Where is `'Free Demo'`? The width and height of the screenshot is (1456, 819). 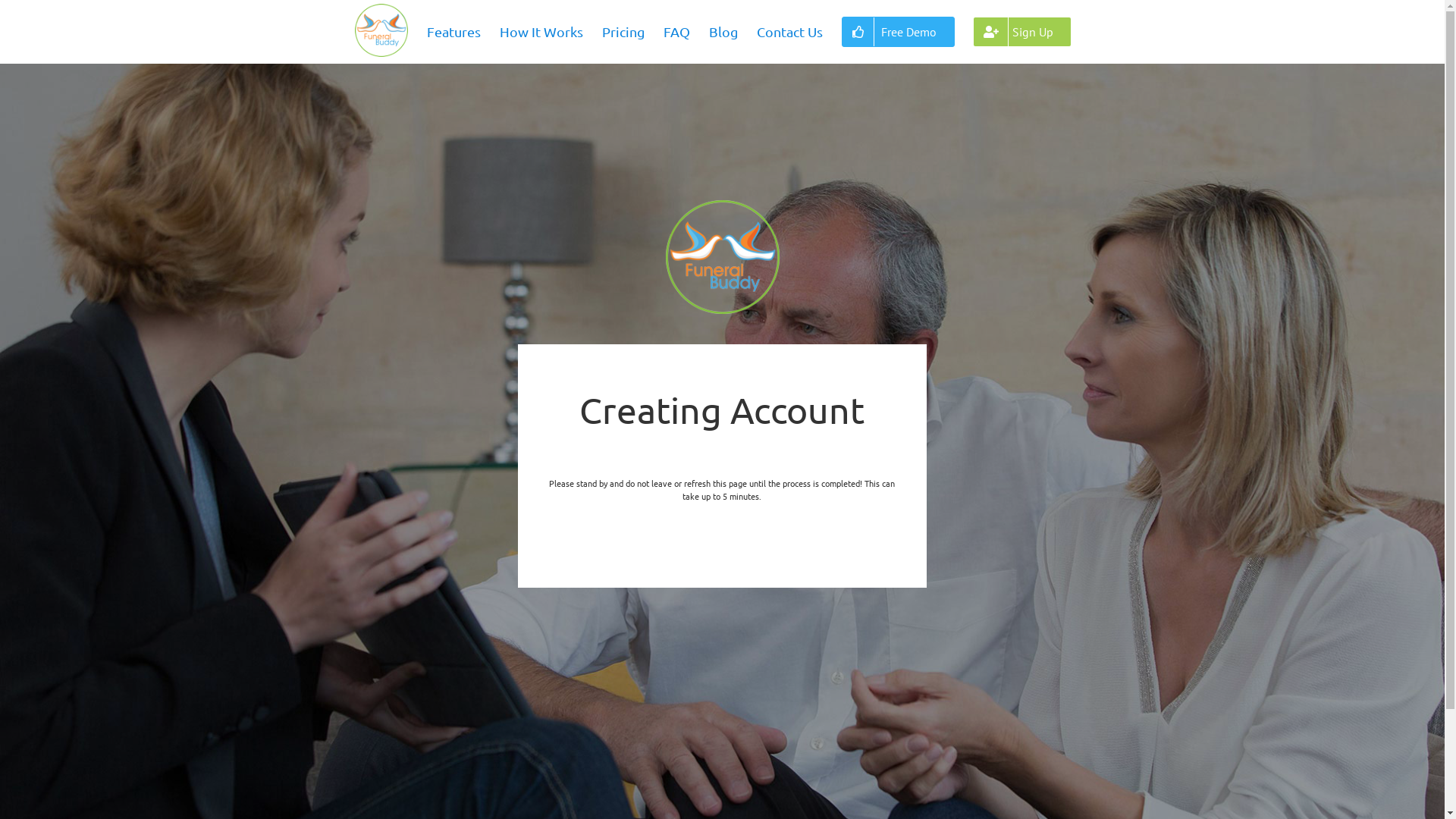 'Free Demo' is located at coordinates (898, 32).